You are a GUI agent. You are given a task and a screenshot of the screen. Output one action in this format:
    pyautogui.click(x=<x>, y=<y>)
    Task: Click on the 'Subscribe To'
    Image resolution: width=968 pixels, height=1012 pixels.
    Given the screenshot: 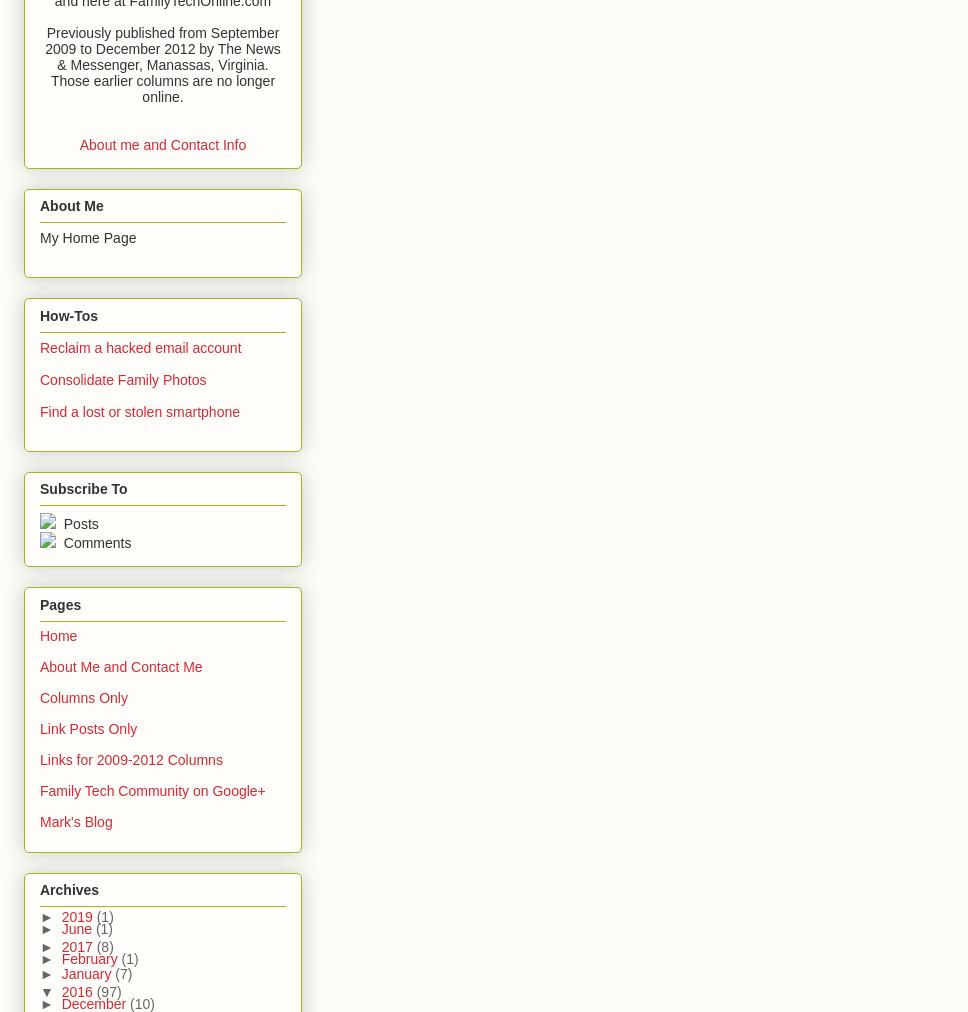 What is the action you would take?
    pyautogui.click(x=83, y=488)
    